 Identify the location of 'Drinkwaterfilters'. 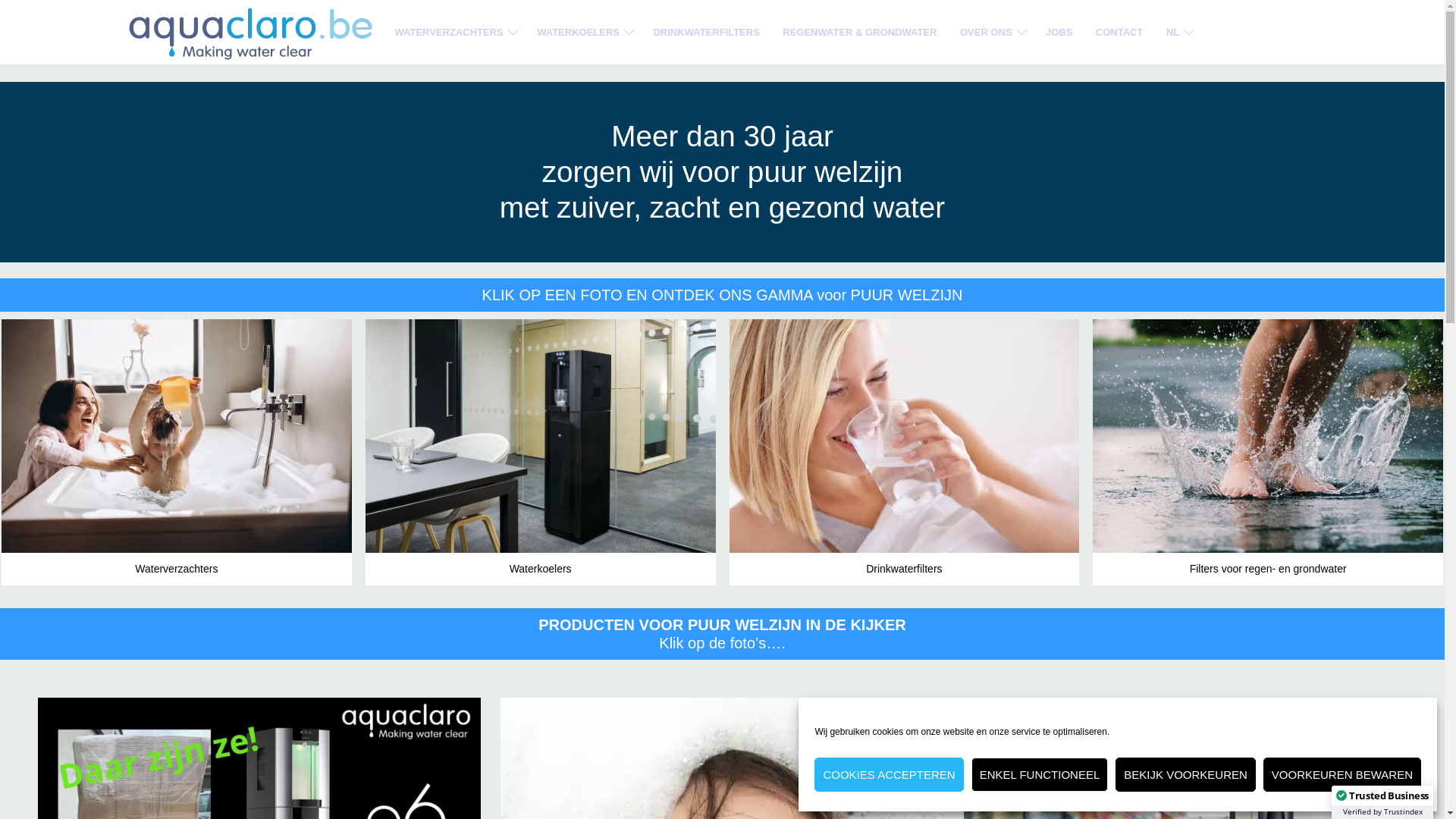
(905, 451).